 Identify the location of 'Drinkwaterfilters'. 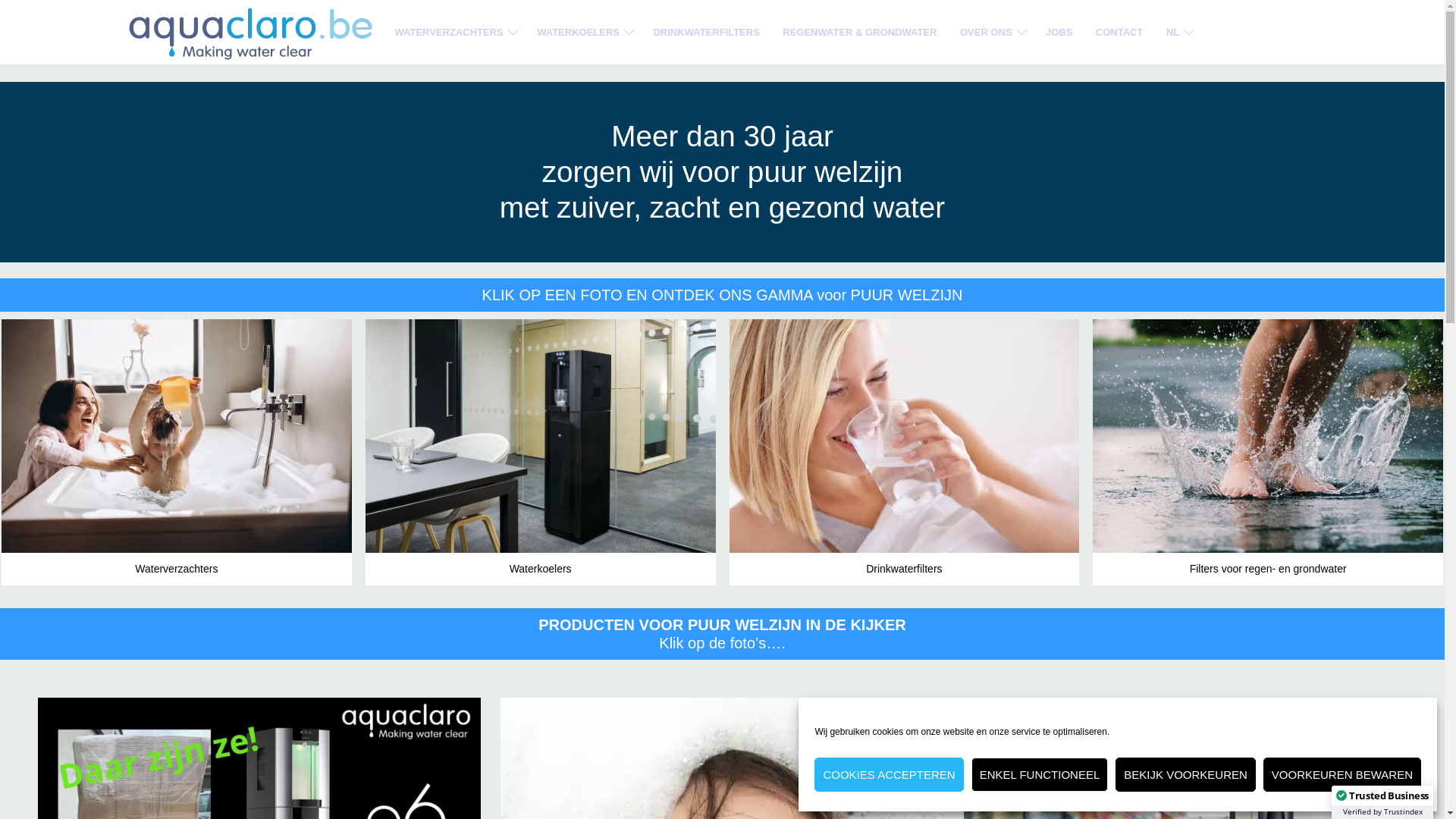
(905, 451).